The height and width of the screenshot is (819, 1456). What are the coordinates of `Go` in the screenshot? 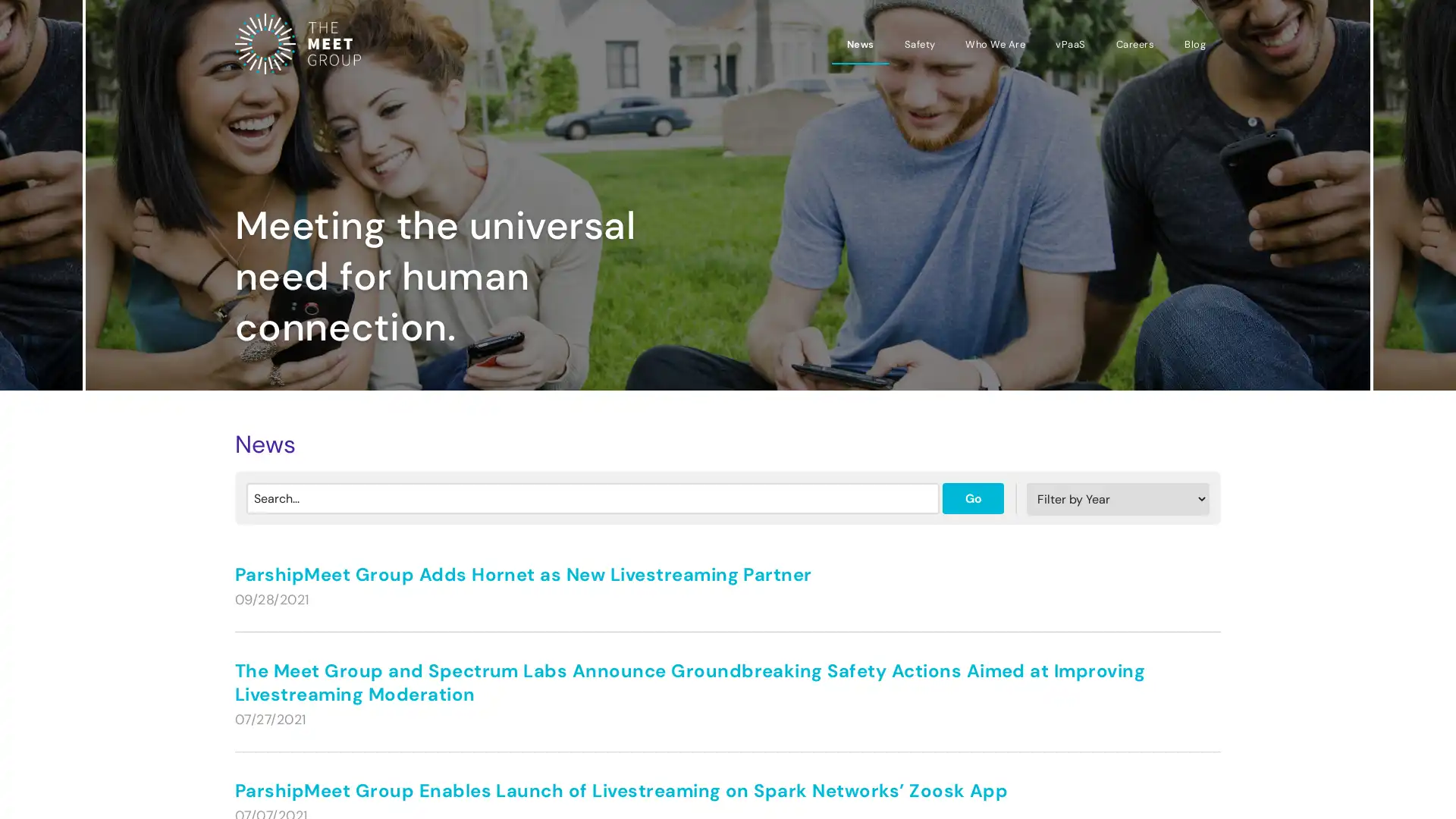 It's located at (972, 498).